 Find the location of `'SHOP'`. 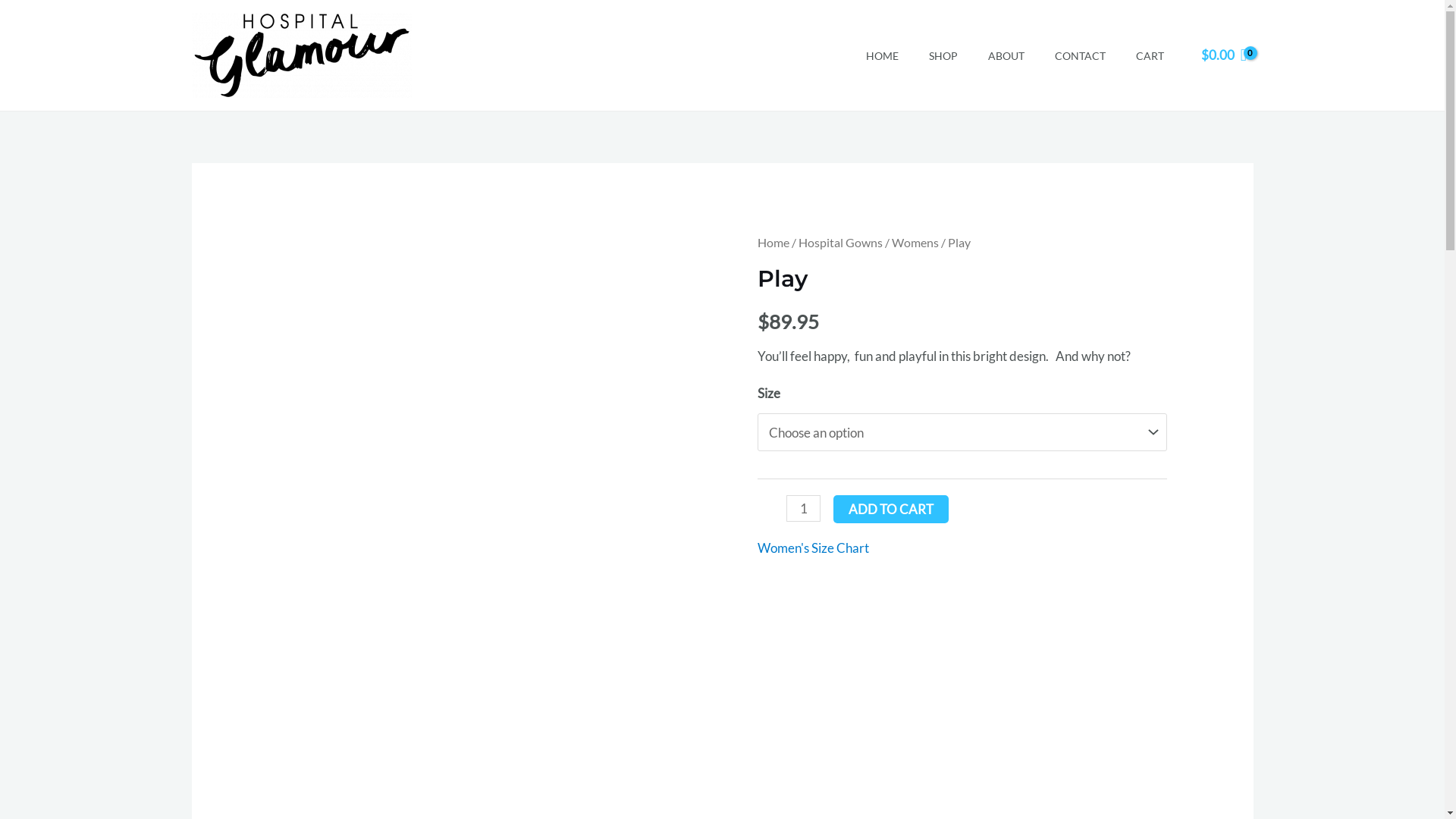

'SHOP' is located at coordinates (912, 55).